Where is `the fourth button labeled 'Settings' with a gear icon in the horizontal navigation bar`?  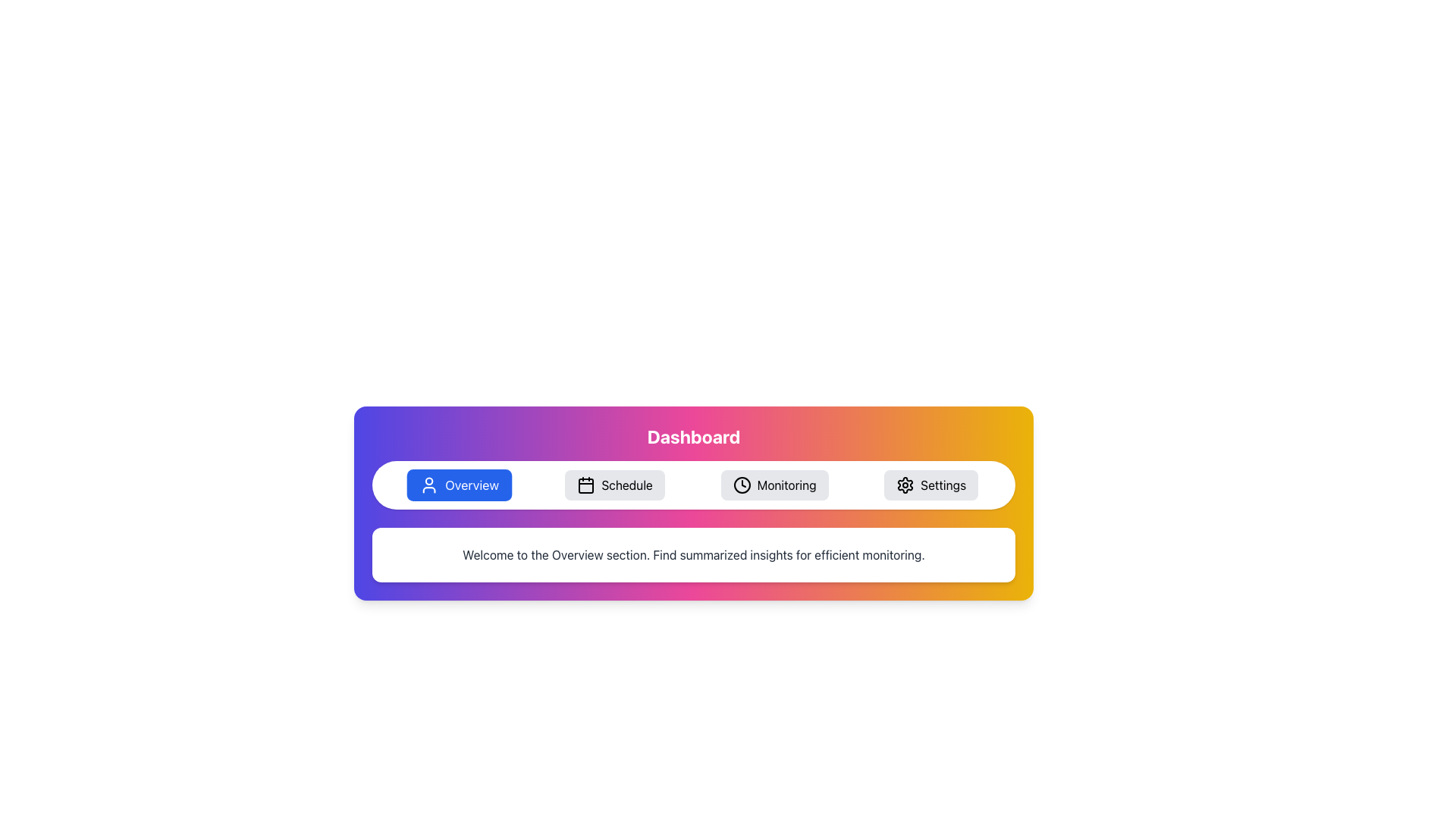 the fourth button labeled 'Settings' with a gear icon in the horizontal navigation bar is located at coordinates (930, 485).